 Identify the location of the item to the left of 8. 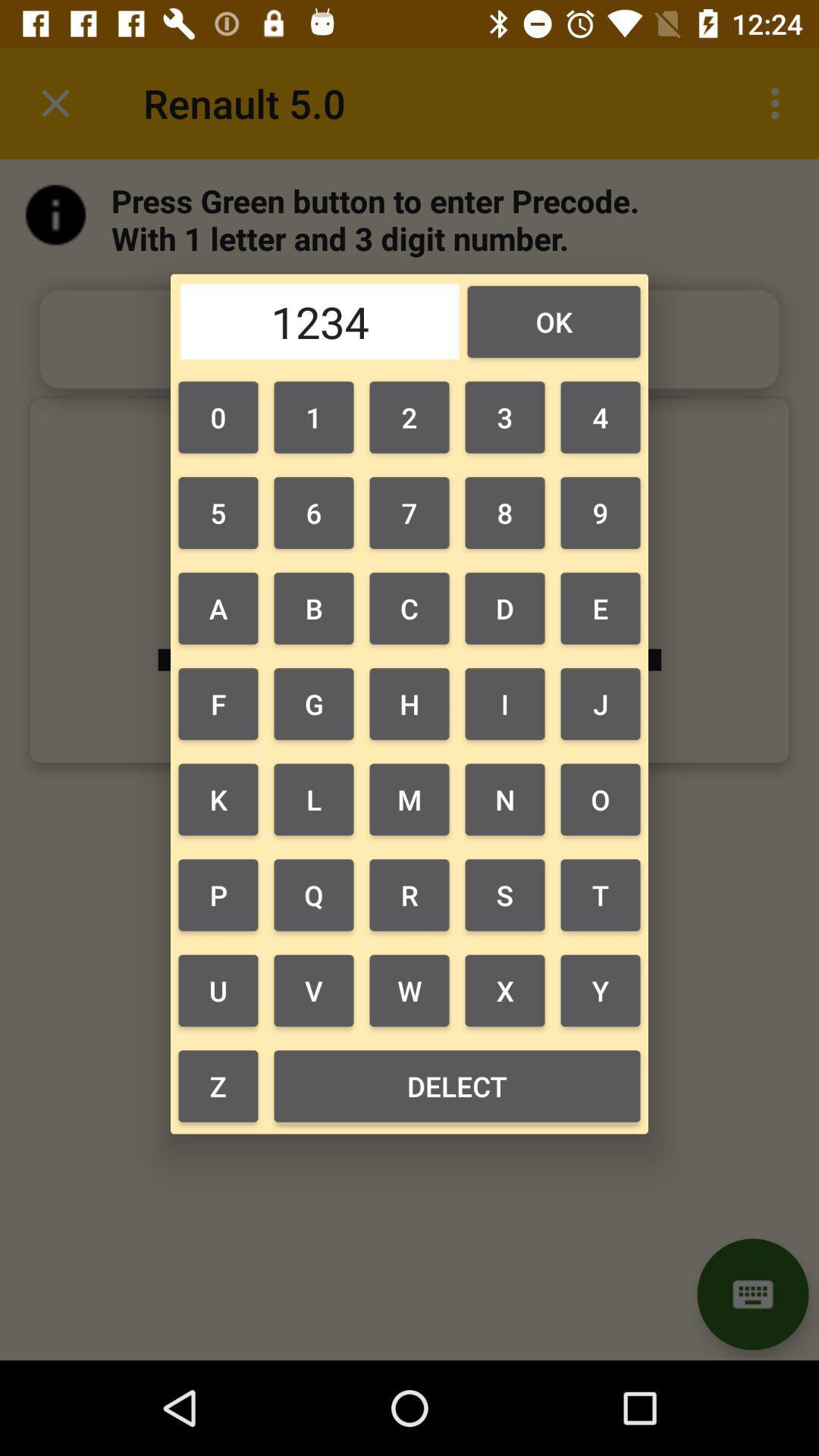
(409, 608).